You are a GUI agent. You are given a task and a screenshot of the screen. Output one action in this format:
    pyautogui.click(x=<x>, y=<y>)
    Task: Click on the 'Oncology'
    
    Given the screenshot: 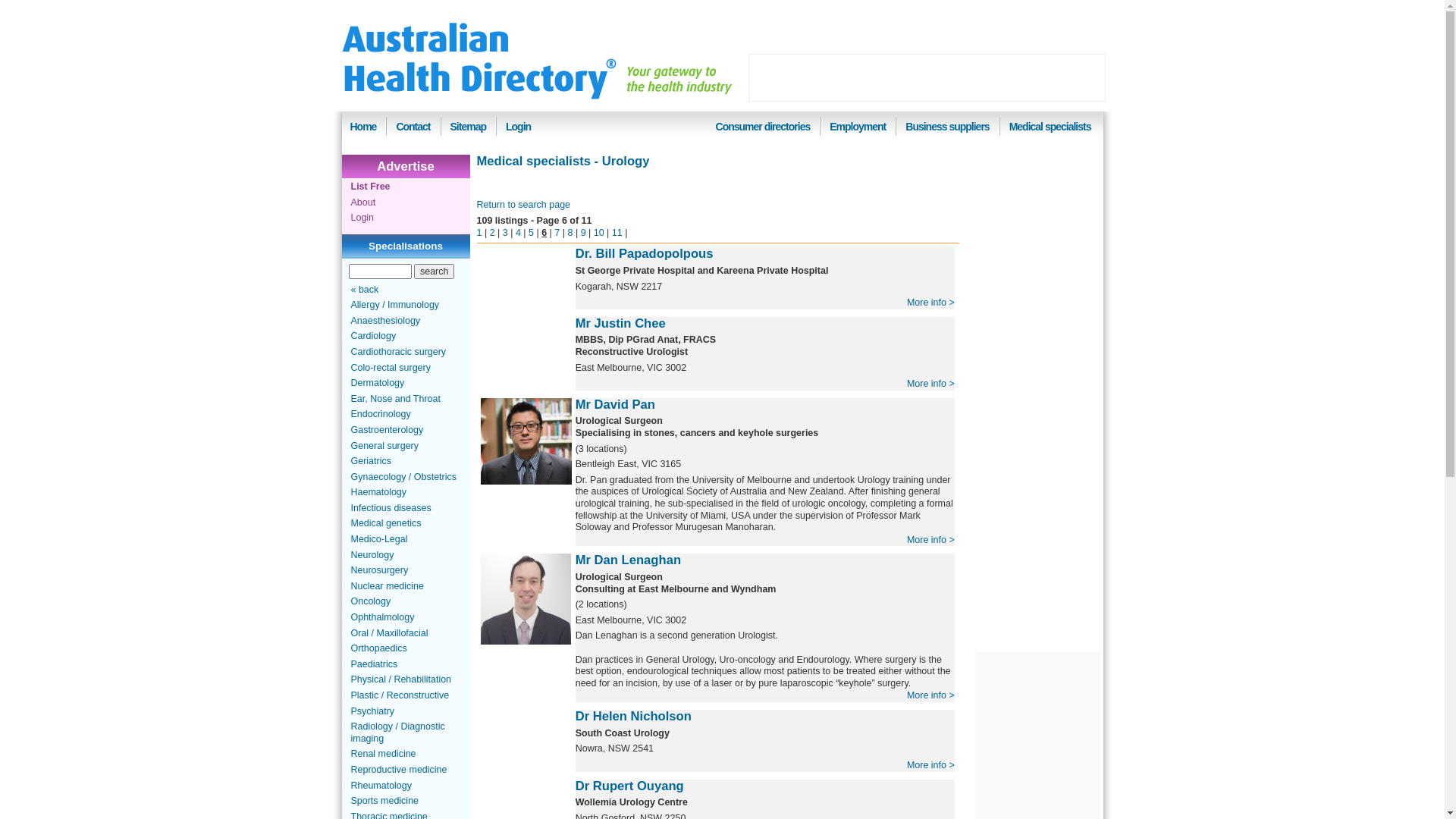 What is the action you would take?
    pyautogui.click(x=370, y=601)
    